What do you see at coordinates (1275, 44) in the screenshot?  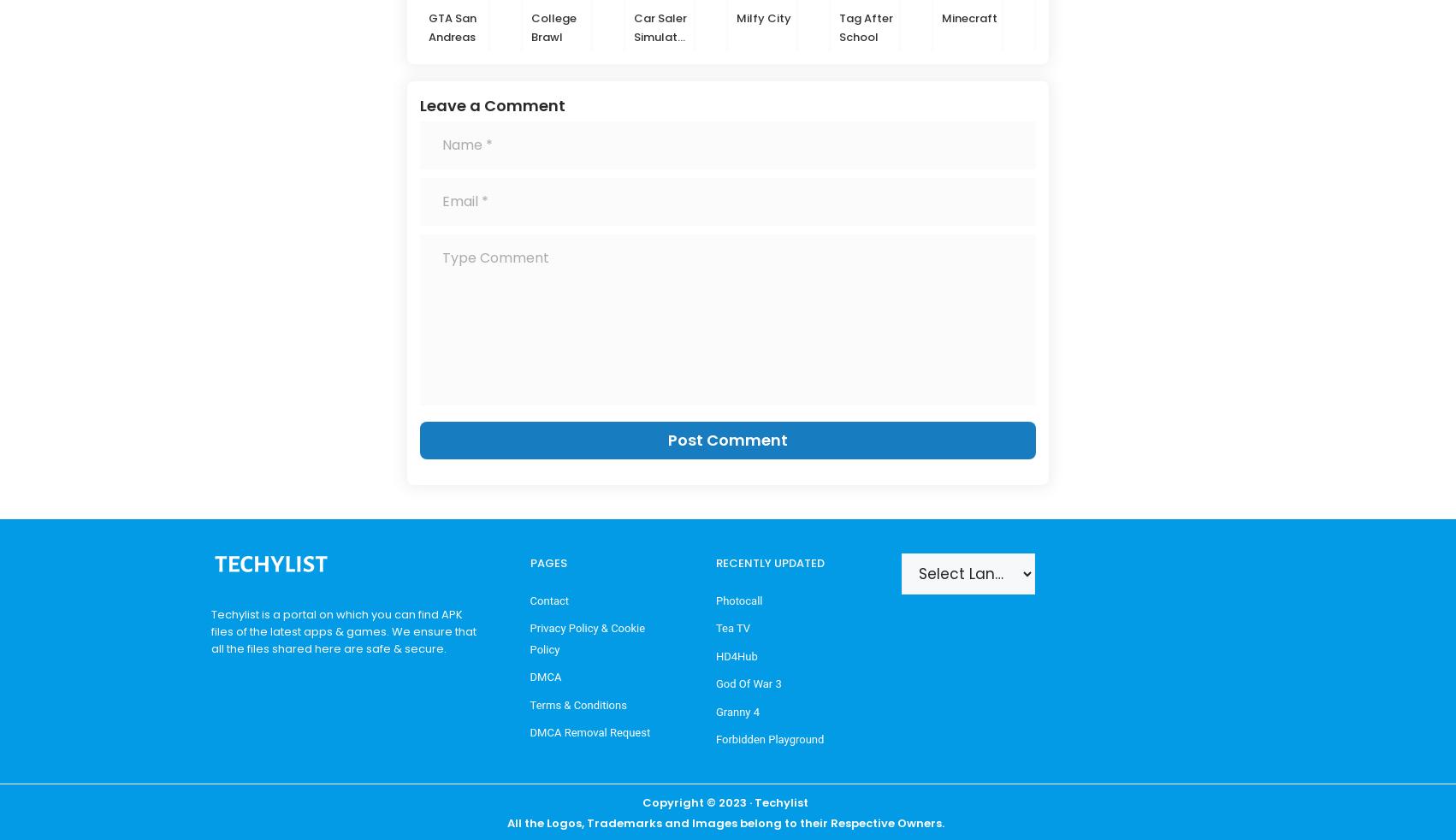 I see `'Hailey's Treasure Adventure'` at bounding box center [1275, 44].